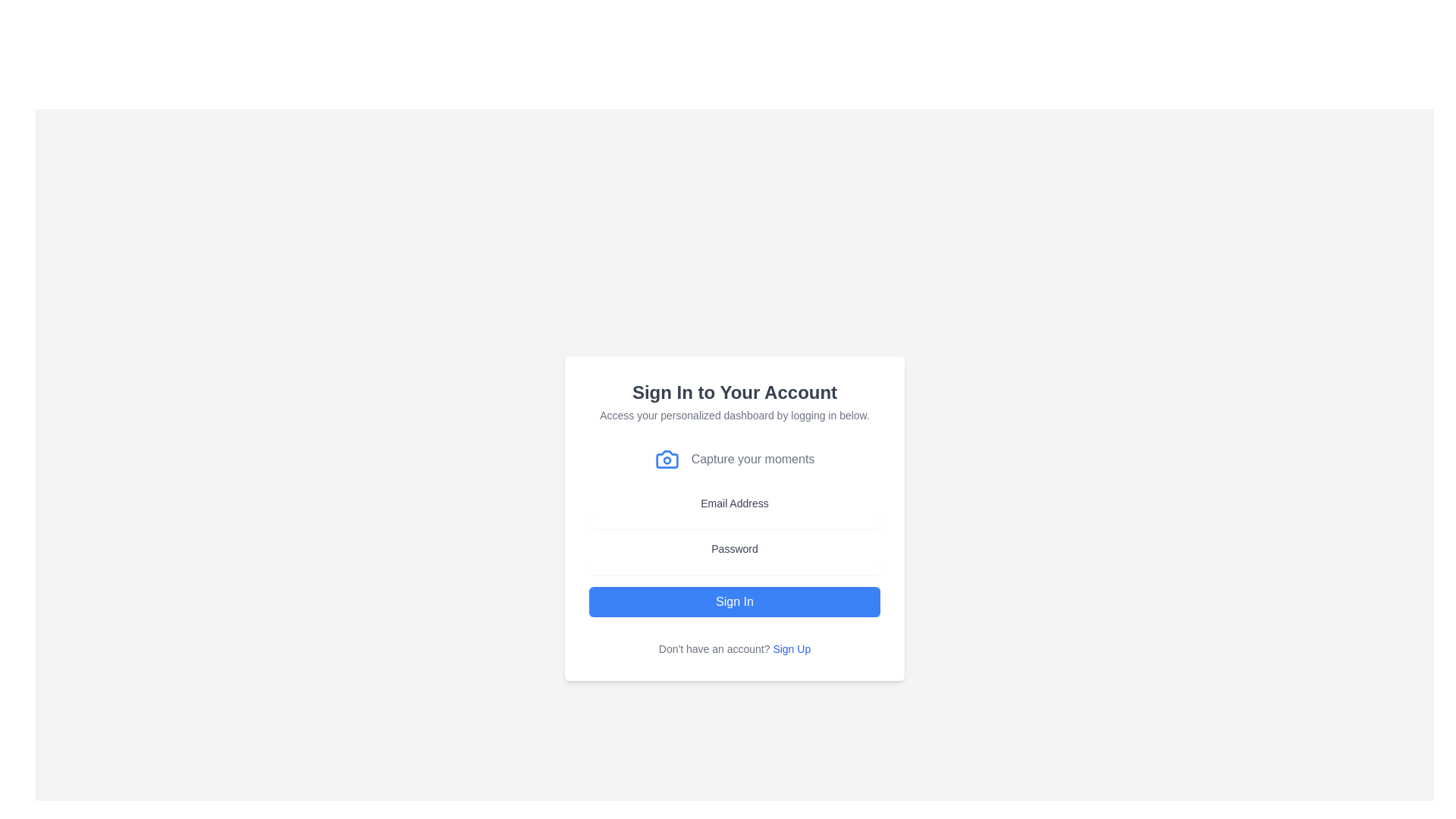  What do you see at coordinates (735, 549) in the screenshot?
I see `the 'Password' label which displays the word 'Password' in a clean sans-serif font with a medium-weight style and subtle gray color, positioned above the password input field` at bounding box center [735, 549].